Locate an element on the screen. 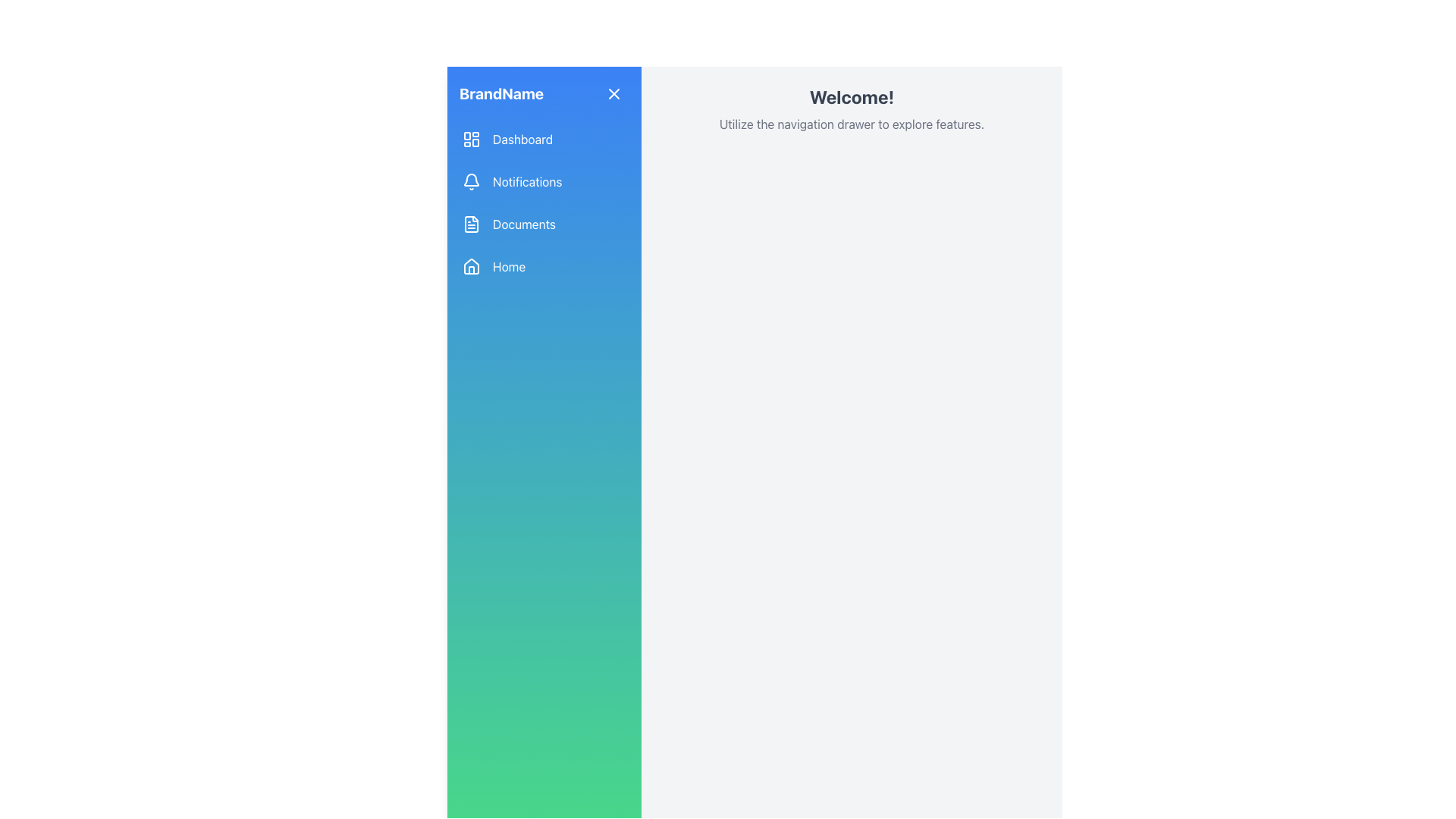  the SVG rectangle shape that represents the dashboard functionality in the navigation menu, located in the third row from the top, aligned with the text 'Dashboard' is located at coordinates (475, 143).